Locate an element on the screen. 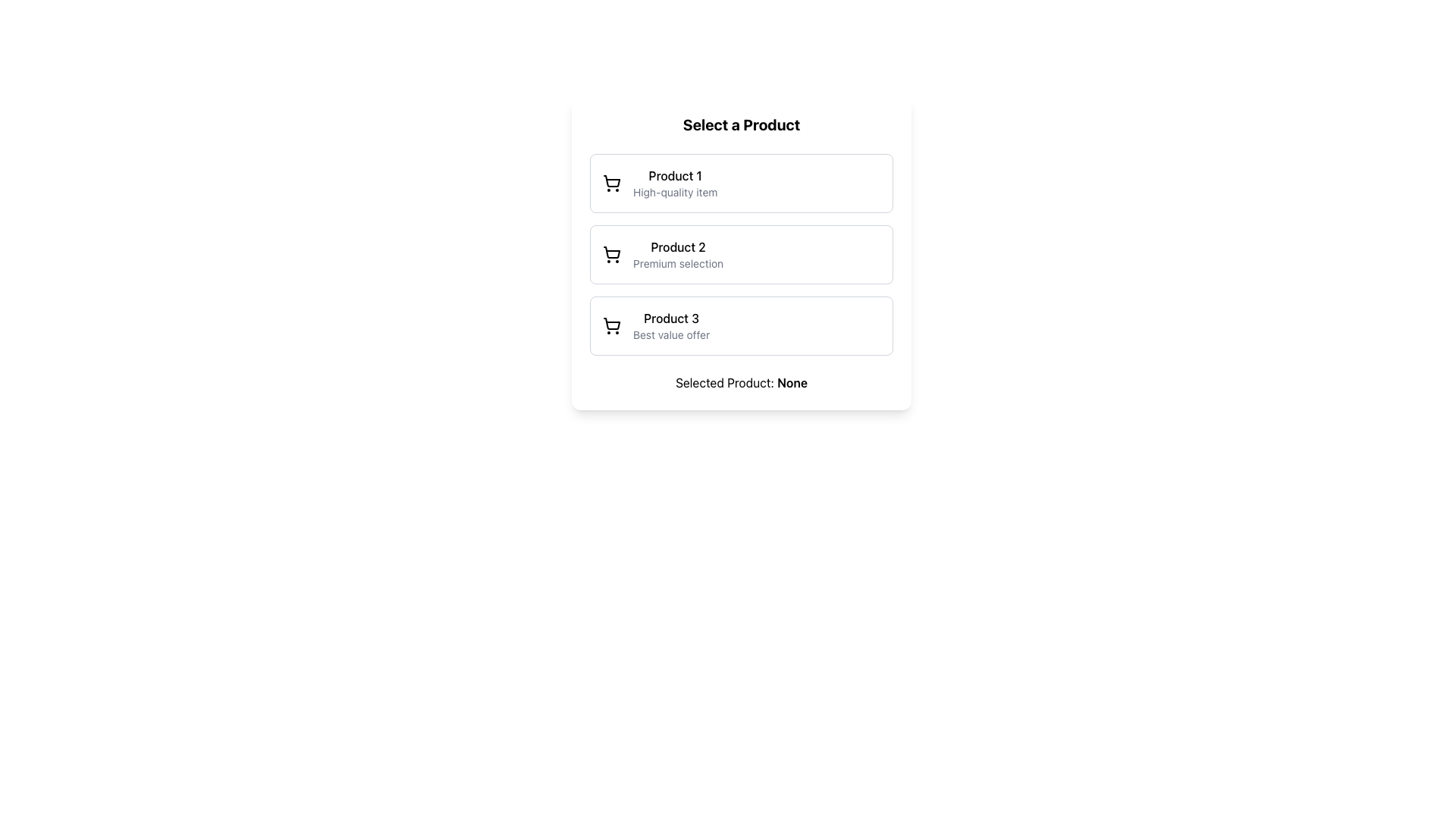 The width and height of the screenshot is (1456, 819). text of the 'Product 3' label, which is a medium font weight text label located in the third row of product options, positioned above 'Best value offer' and to the right of a shopping cart icon is located at coordinates (670, 318).